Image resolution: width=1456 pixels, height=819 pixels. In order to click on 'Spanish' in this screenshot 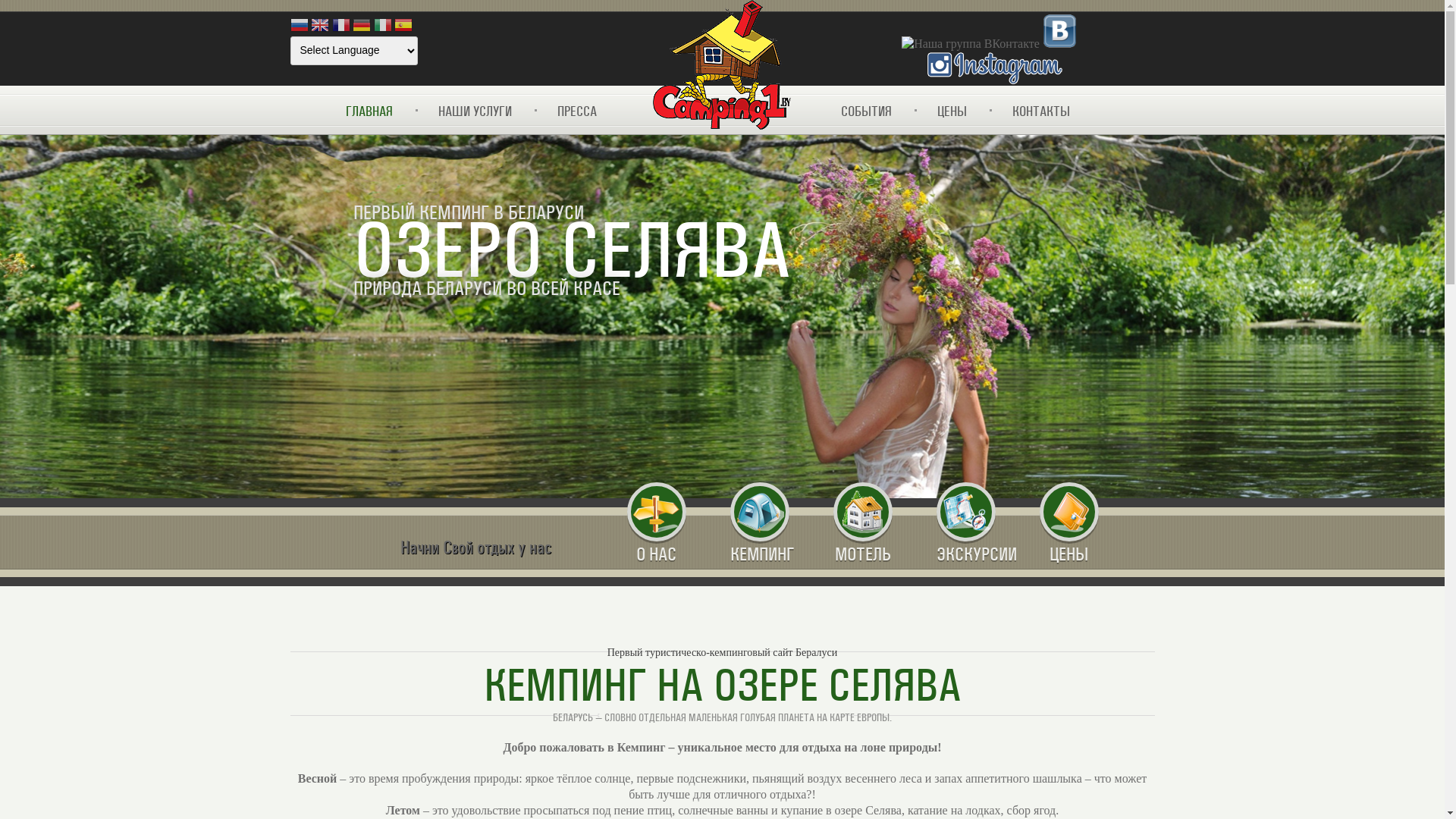, I will do `click(403, 26)`.